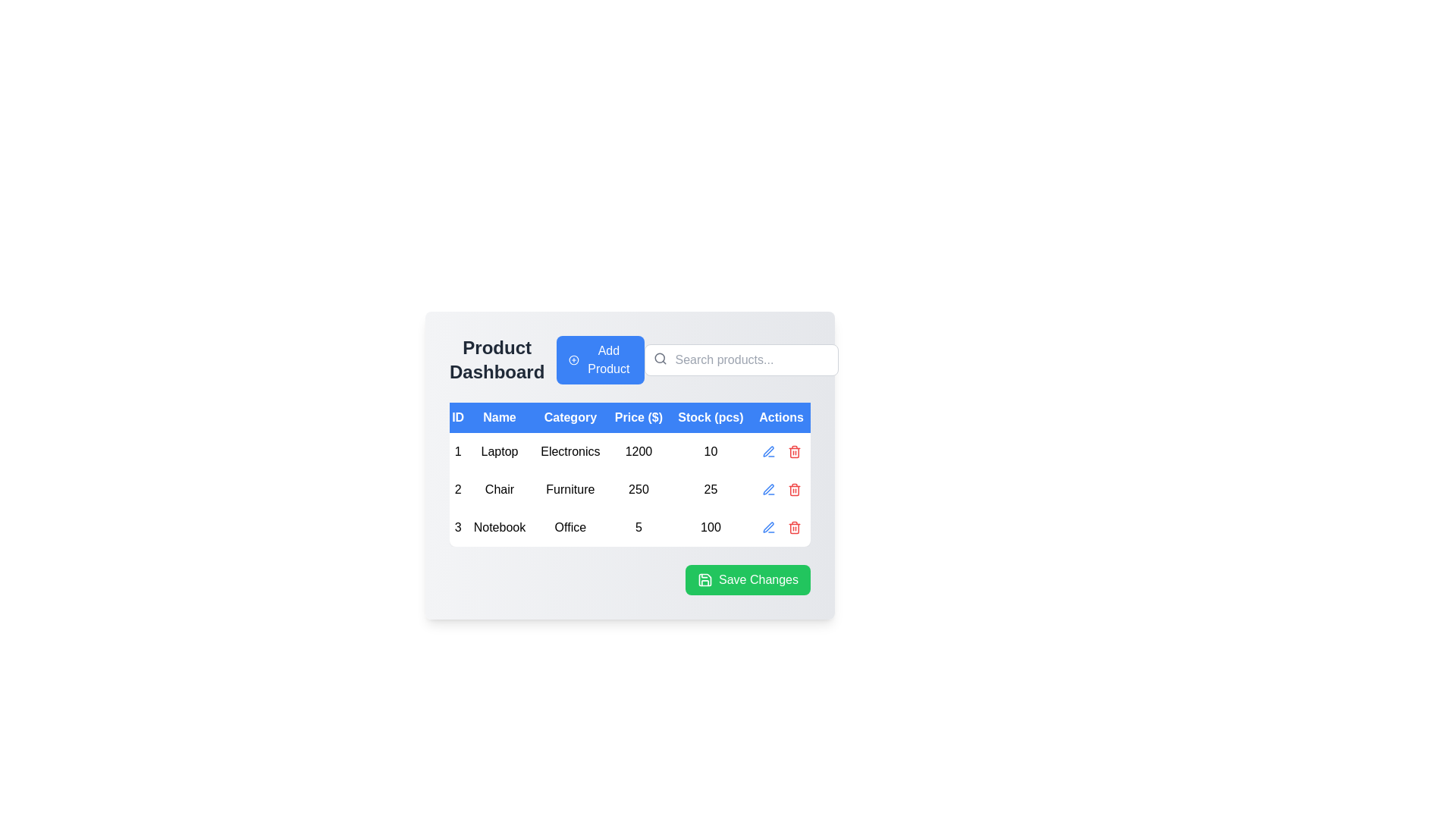 The height and width of the screenshot is (819, 1456). Describe the element at coordinates (704, 579) in the screenshot. I see `the graphical icon located at the top-left corner of the green 'Save Changes' button, which confirms or saves changes made in the application interface related to the displayed data table` at that location.